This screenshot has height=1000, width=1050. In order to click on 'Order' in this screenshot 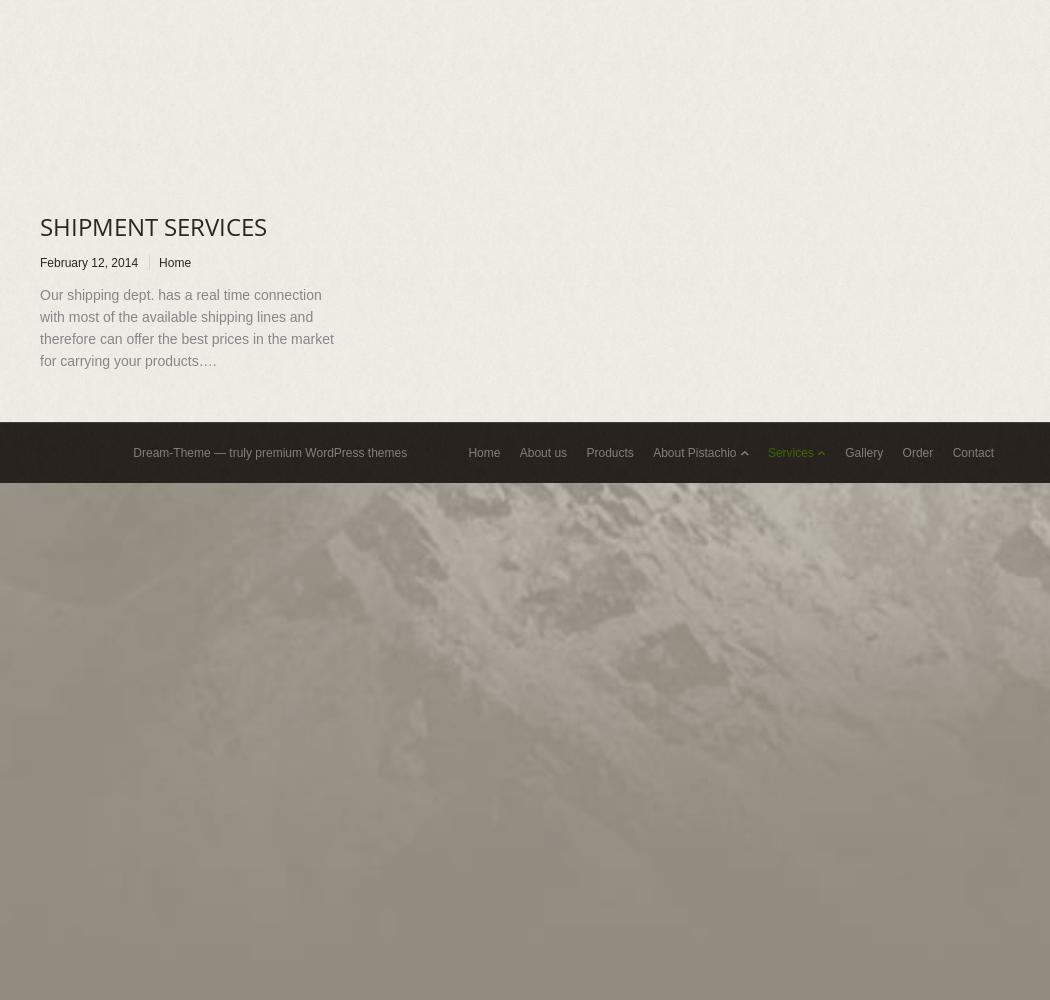, I will do `click(901, 452)`.